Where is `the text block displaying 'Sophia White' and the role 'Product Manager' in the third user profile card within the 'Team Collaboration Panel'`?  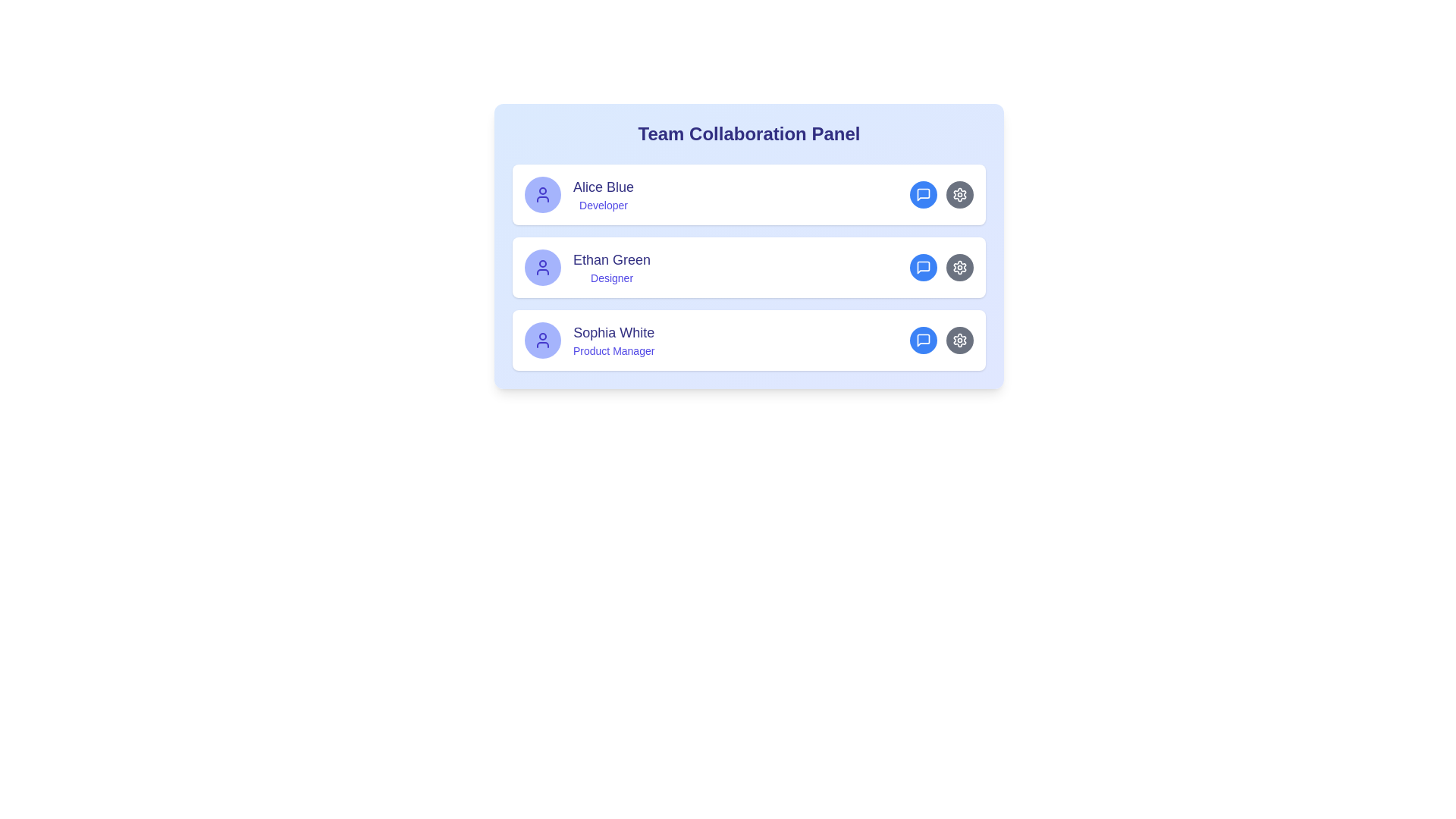 the text block displaying 'Sophia White' and the role 'Product Manager' in the third user profile card within the 'Team Collaboration Panel' is located at coordinates (588, 339).